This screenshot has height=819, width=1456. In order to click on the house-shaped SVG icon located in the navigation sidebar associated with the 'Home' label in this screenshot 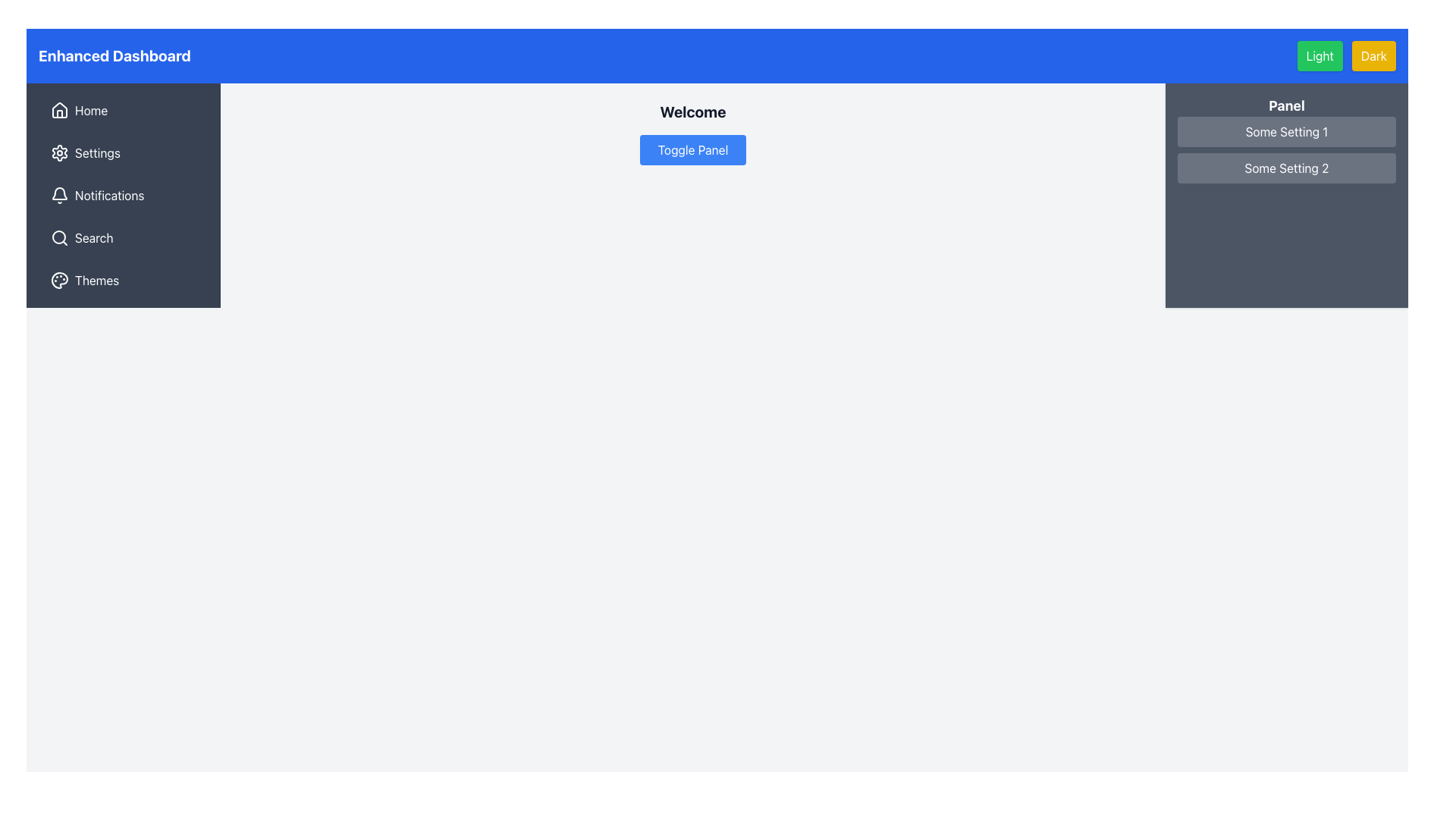, I will do `click(59, 109)`.